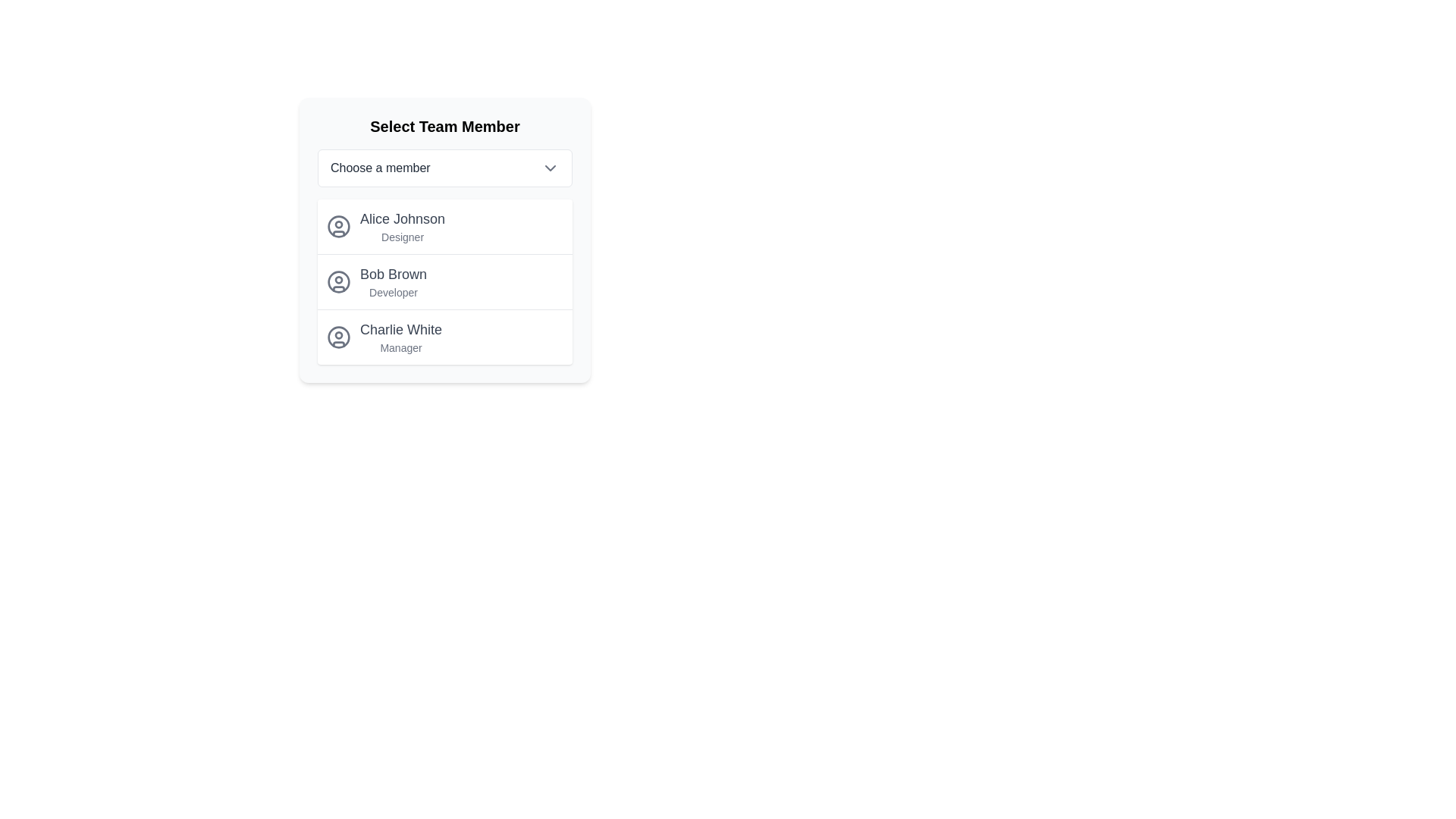 This screenshot has height=819, width=1456. Describe the element at coordinates (400, 348) in the screenshot. I see `the text label reading 'Manager', which is styled in gray and located directly below 'Charlie White' in the third position of the list` at that location.